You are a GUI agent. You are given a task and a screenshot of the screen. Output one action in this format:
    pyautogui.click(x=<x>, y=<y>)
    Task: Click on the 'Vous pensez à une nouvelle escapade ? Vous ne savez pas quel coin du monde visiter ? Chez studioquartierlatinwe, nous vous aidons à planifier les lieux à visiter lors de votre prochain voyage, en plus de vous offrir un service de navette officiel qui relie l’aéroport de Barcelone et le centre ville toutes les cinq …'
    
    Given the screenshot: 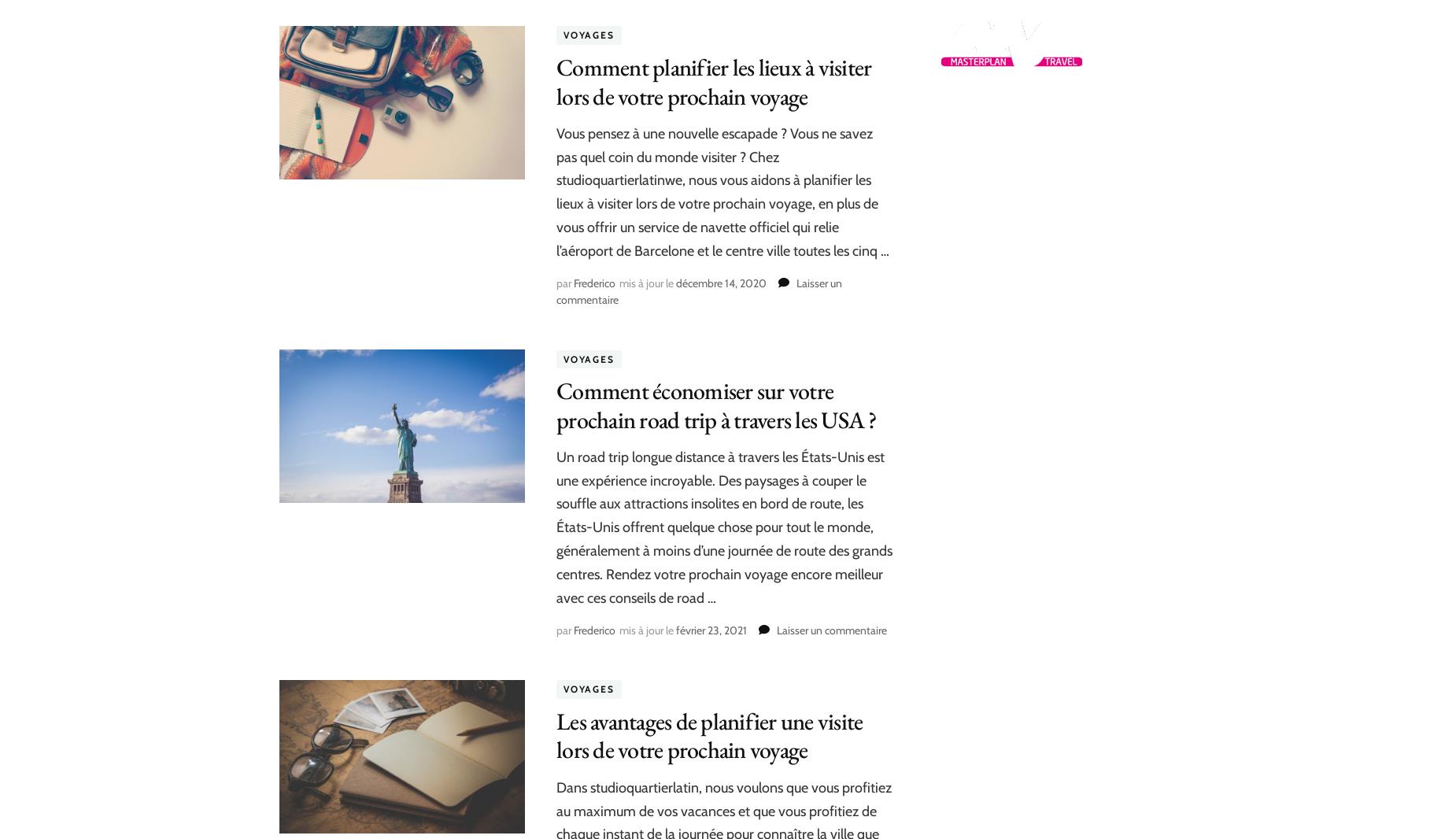 What is the action you would take?
    pyautogui.click(x=722, y=190)
    